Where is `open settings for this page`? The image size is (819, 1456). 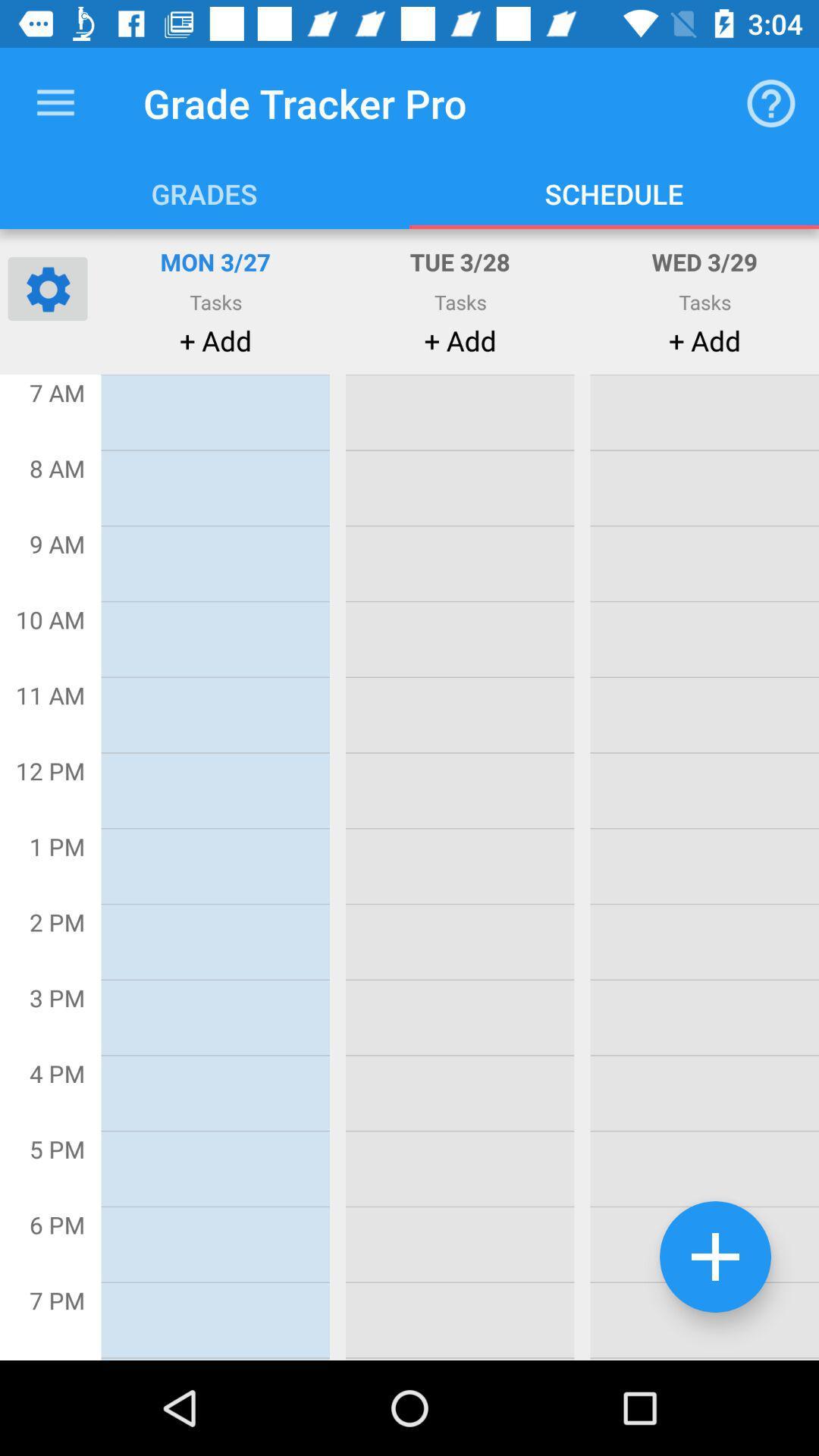
open settings for this page is located at coordinates (46, 288).